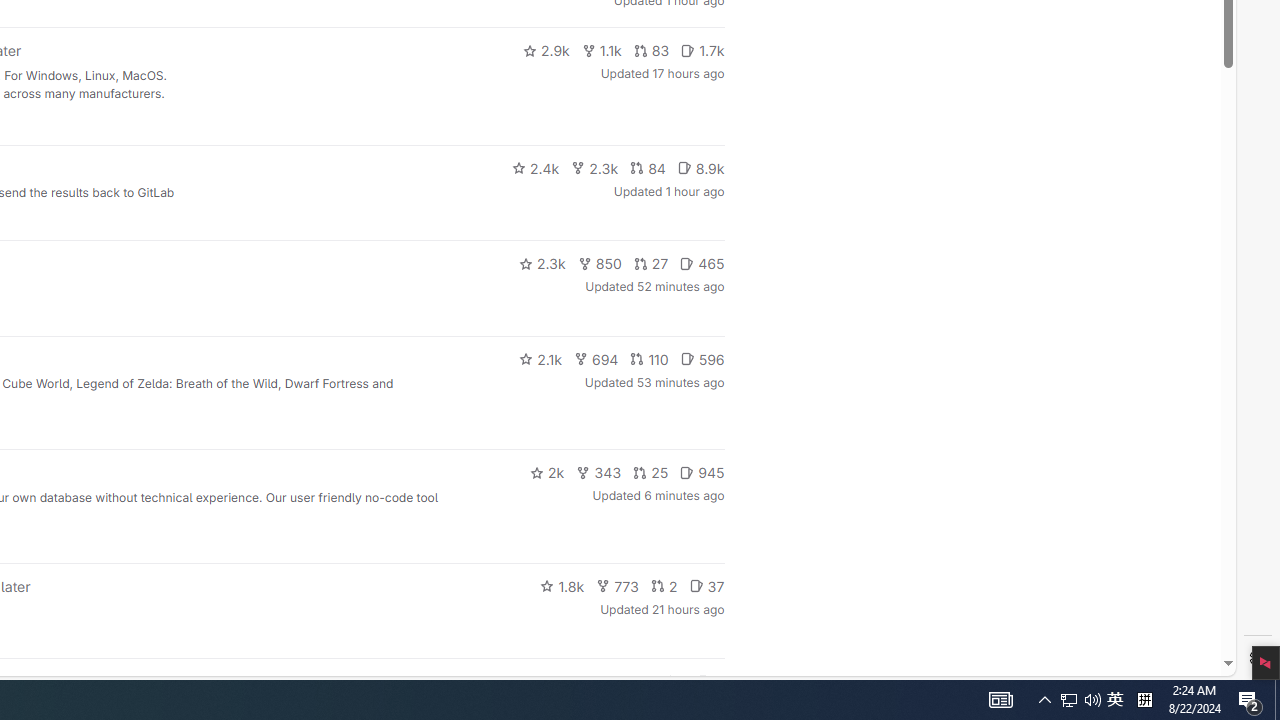 This screenshot has height=720, width=1280. I want to click on '1.1k', so click(600, 50).